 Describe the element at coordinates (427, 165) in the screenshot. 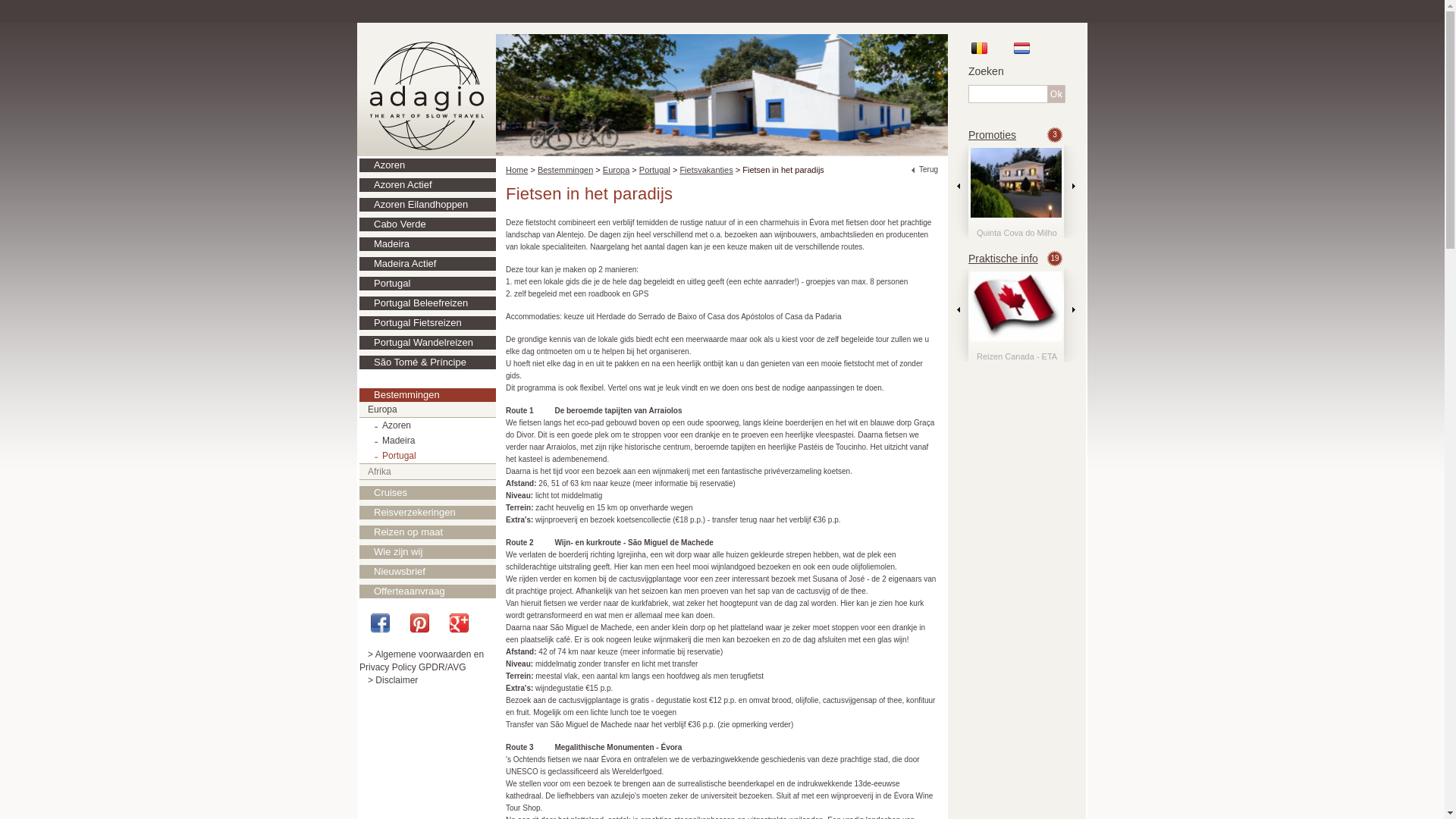

I see `'Azoren'` at that location.